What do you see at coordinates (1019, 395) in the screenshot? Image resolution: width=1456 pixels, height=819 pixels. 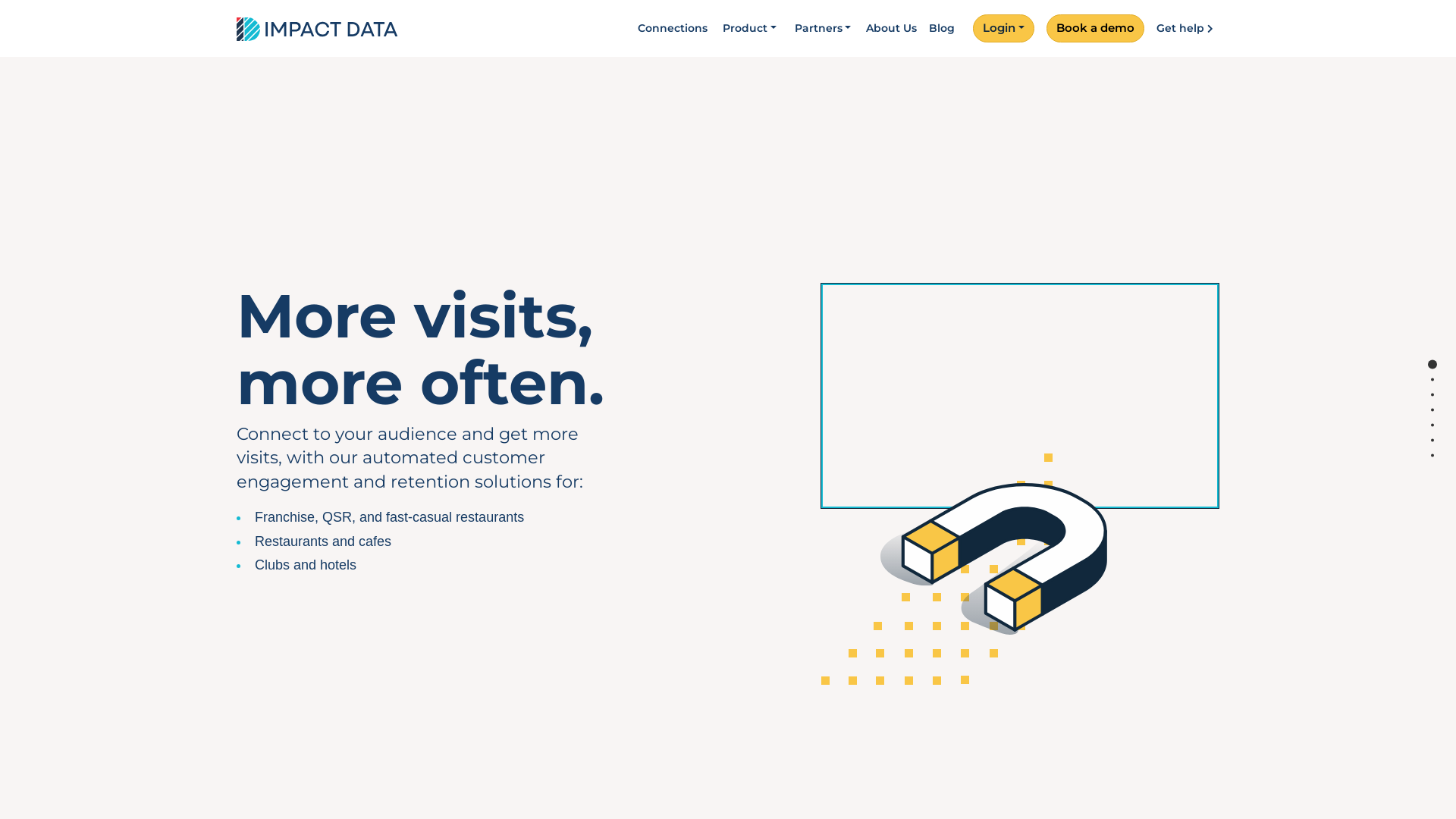 I see `'YouTube video player'` at bounding box center [1019, 395].